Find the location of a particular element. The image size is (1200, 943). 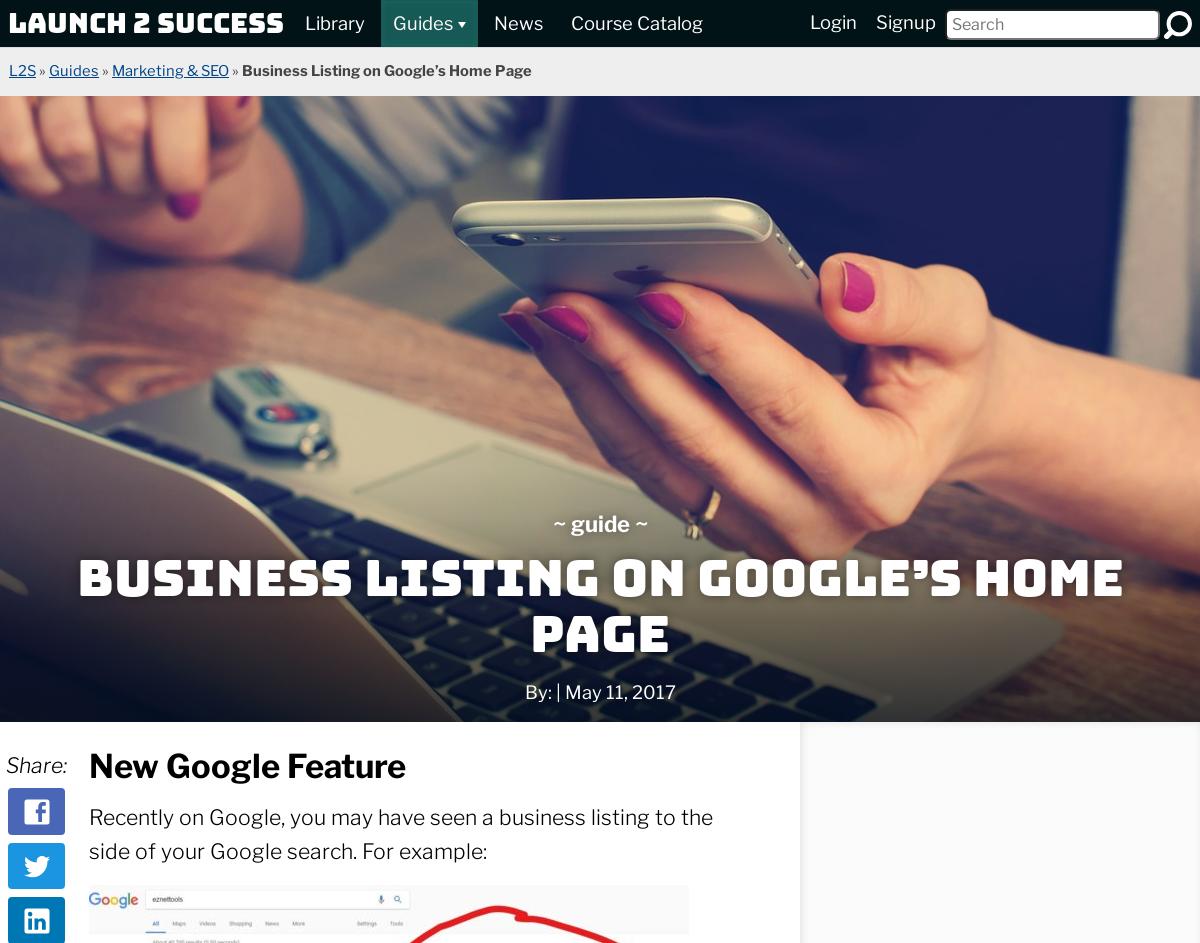

'…and have white-label options.' is located at coordinates (999, 275).